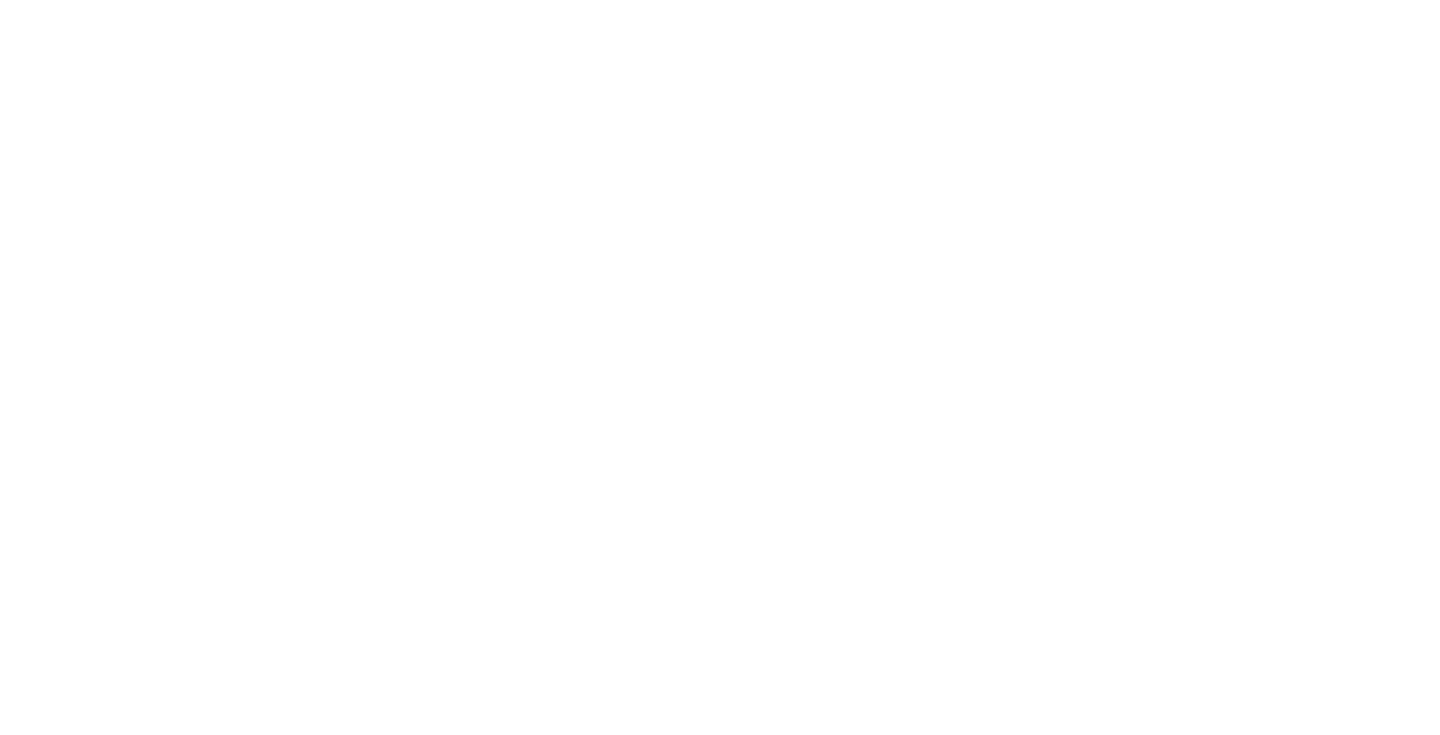 Image resolution: width=1440 pixels, height=735 pixels. What do you see at coordinates (755, 105) in the screenshot?
I see `'Alumni & Friends'` at bounding box center [755, 105].